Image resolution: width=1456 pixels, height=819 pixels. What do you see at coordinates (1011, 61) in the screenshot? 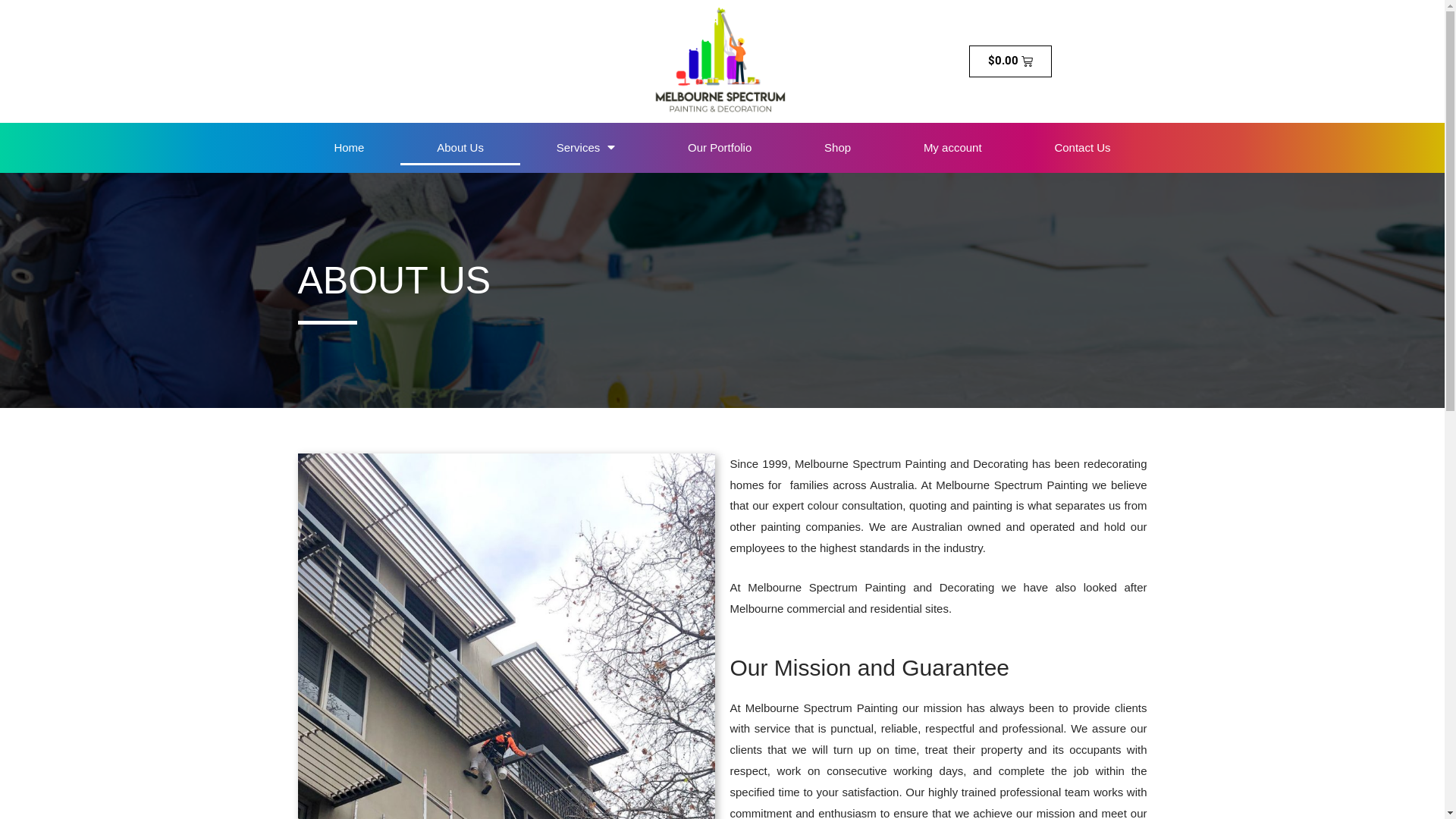
I see `'$0.00'` at bounding box center [1011, 61].